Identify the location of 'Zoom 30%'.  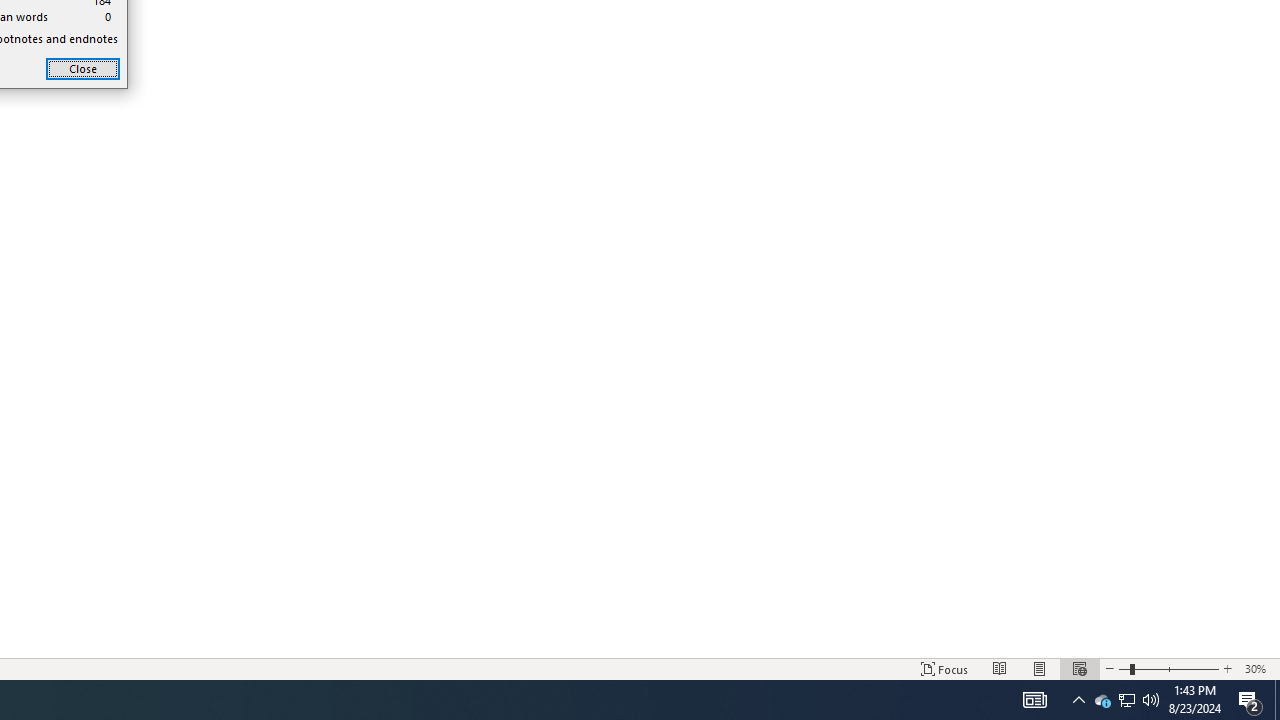
(1257, 669).